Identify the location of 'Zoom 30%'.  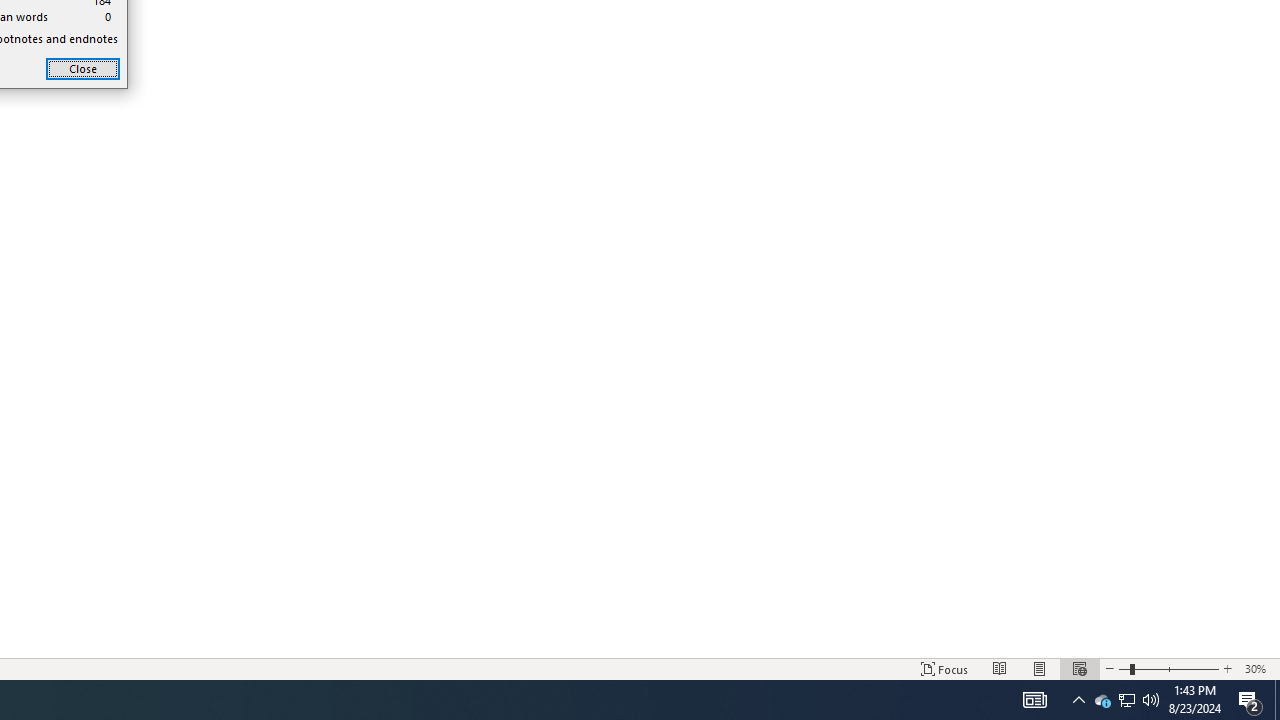
(1257, 669).